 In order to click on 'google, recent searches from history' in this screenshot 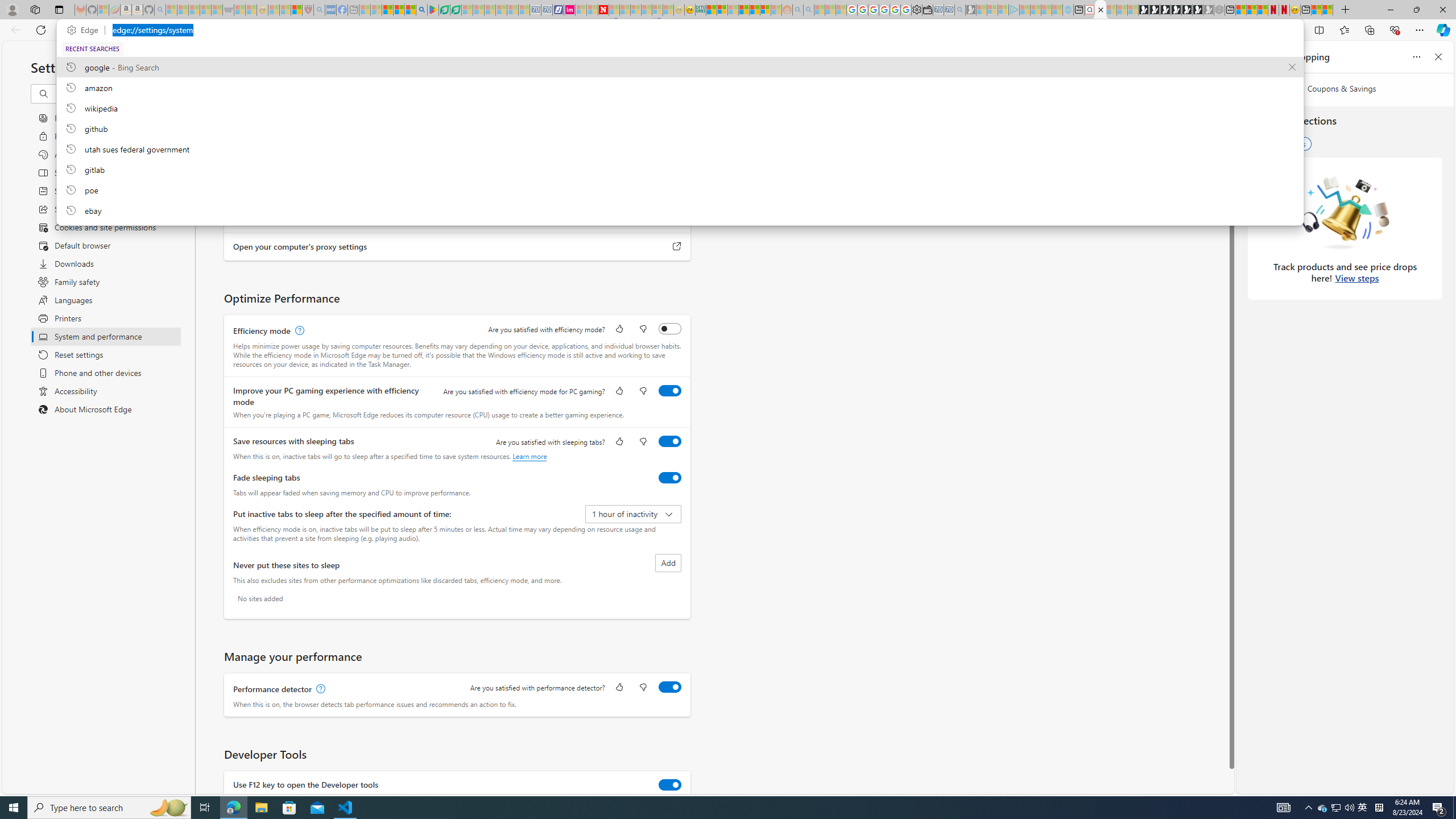, I will do `click(679, 66)`.